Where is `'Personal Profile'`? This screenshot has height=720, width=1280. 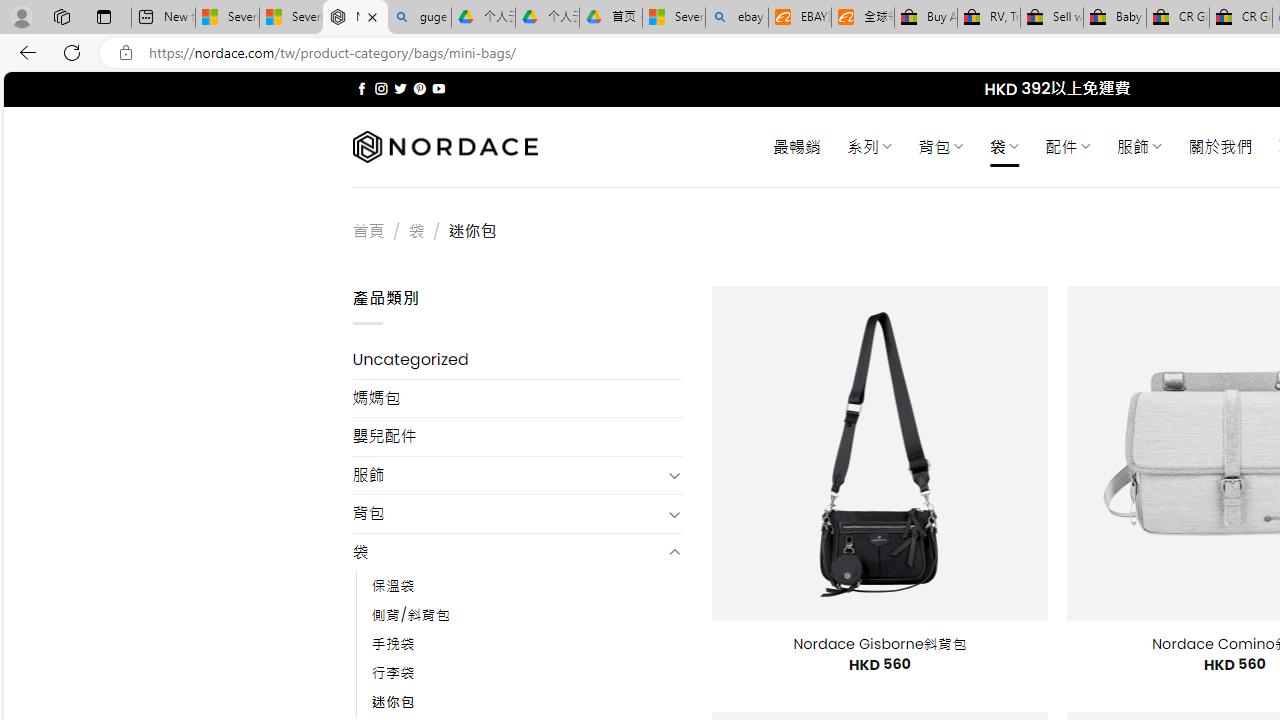 'Personal Profile' is located at coordinates (21, 16).